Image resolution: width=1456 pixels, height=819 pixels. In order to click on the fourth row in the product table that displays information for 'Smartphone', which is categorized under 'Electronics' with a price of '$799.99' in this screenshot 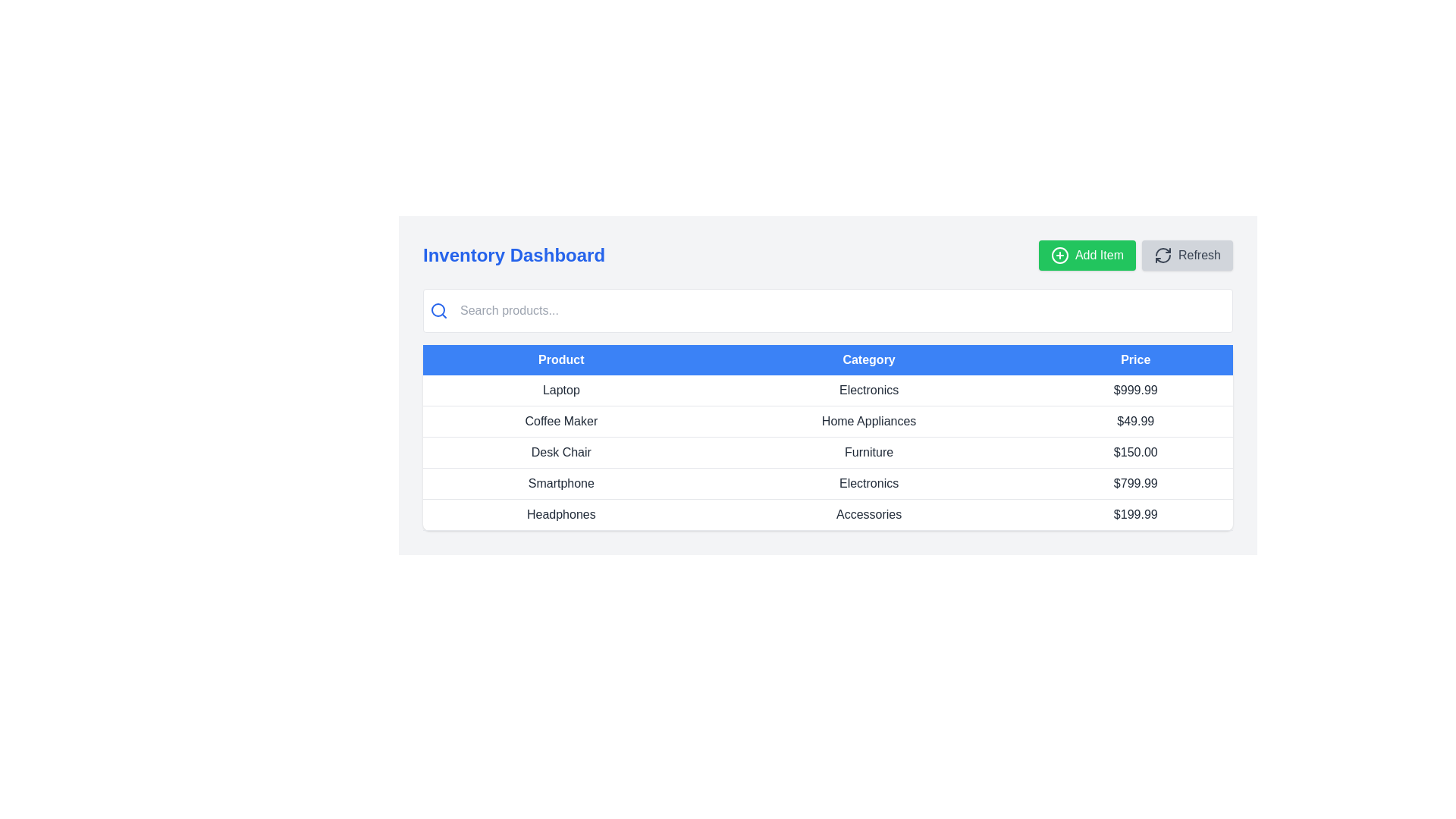, I will do `click(827, 483)`.